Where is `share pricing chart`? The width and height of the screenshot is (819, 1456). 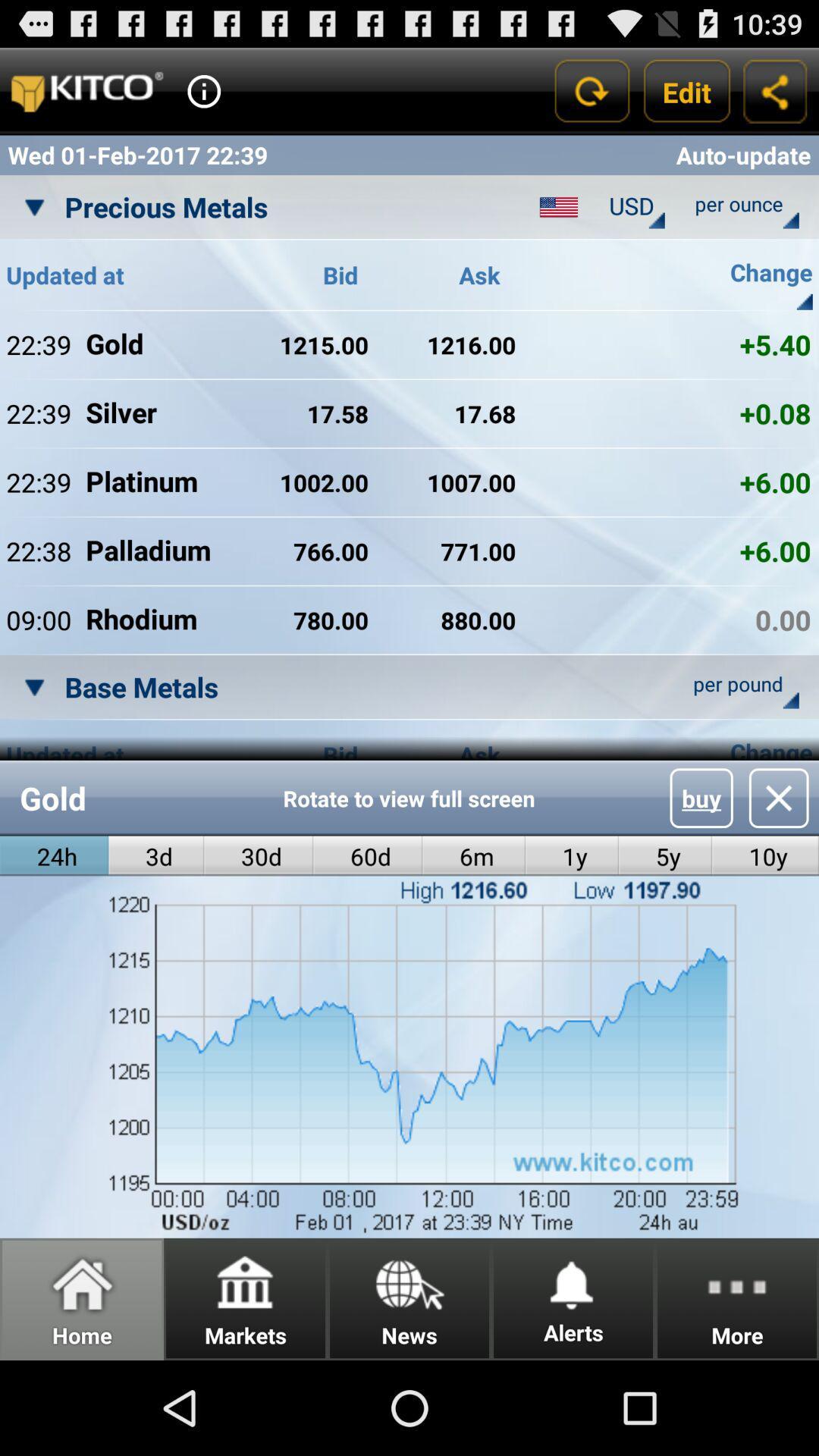
share pricing chart is located at coordinates (775, 90).